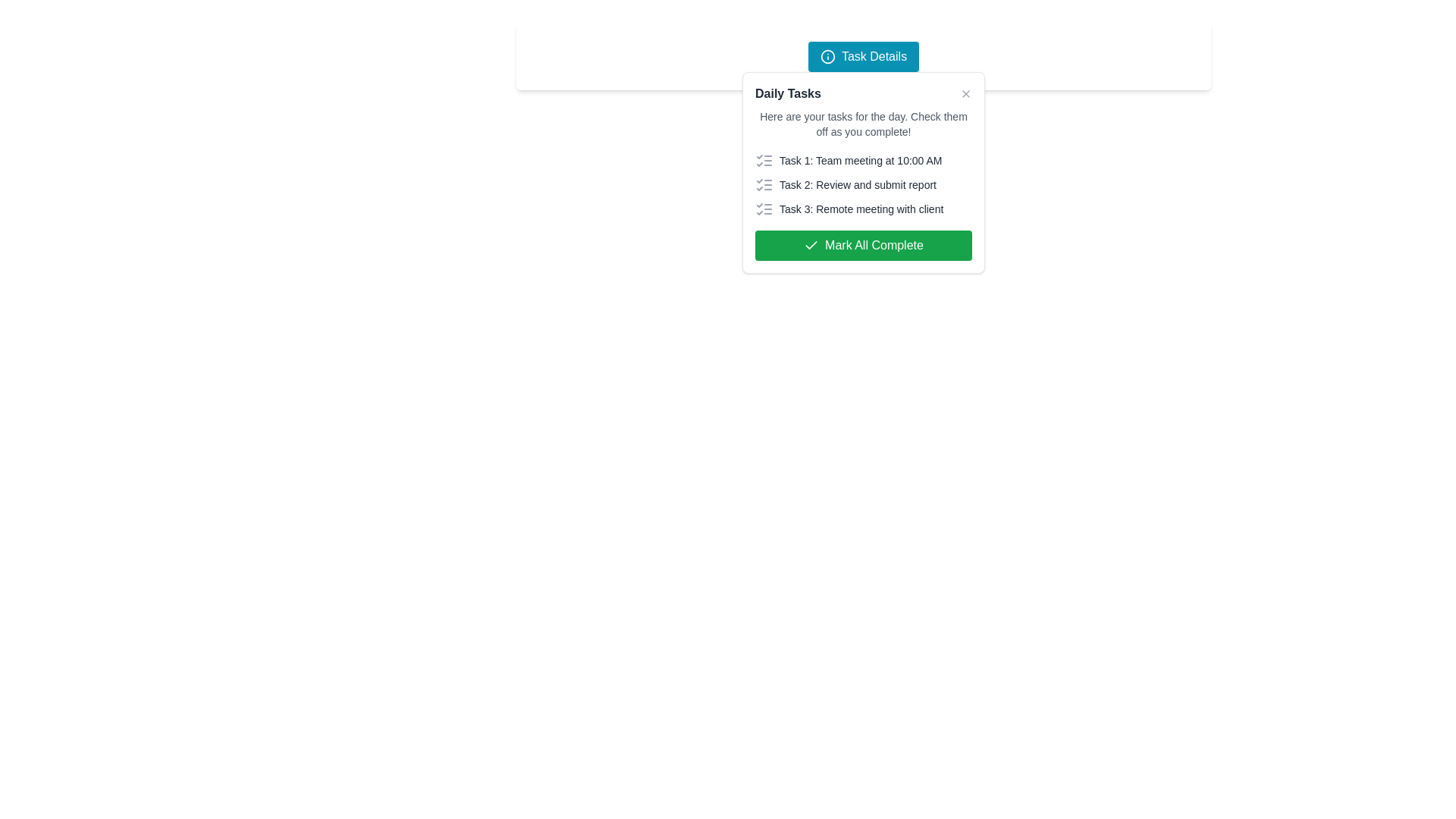 Image resolution: width=1456 pixels, height=819 pixels. I want to click on the gray checklist icon next to the text 'Task 3: Remote meeting with client' in the 'Daily Tasks' pop-up, so click(764, 209).